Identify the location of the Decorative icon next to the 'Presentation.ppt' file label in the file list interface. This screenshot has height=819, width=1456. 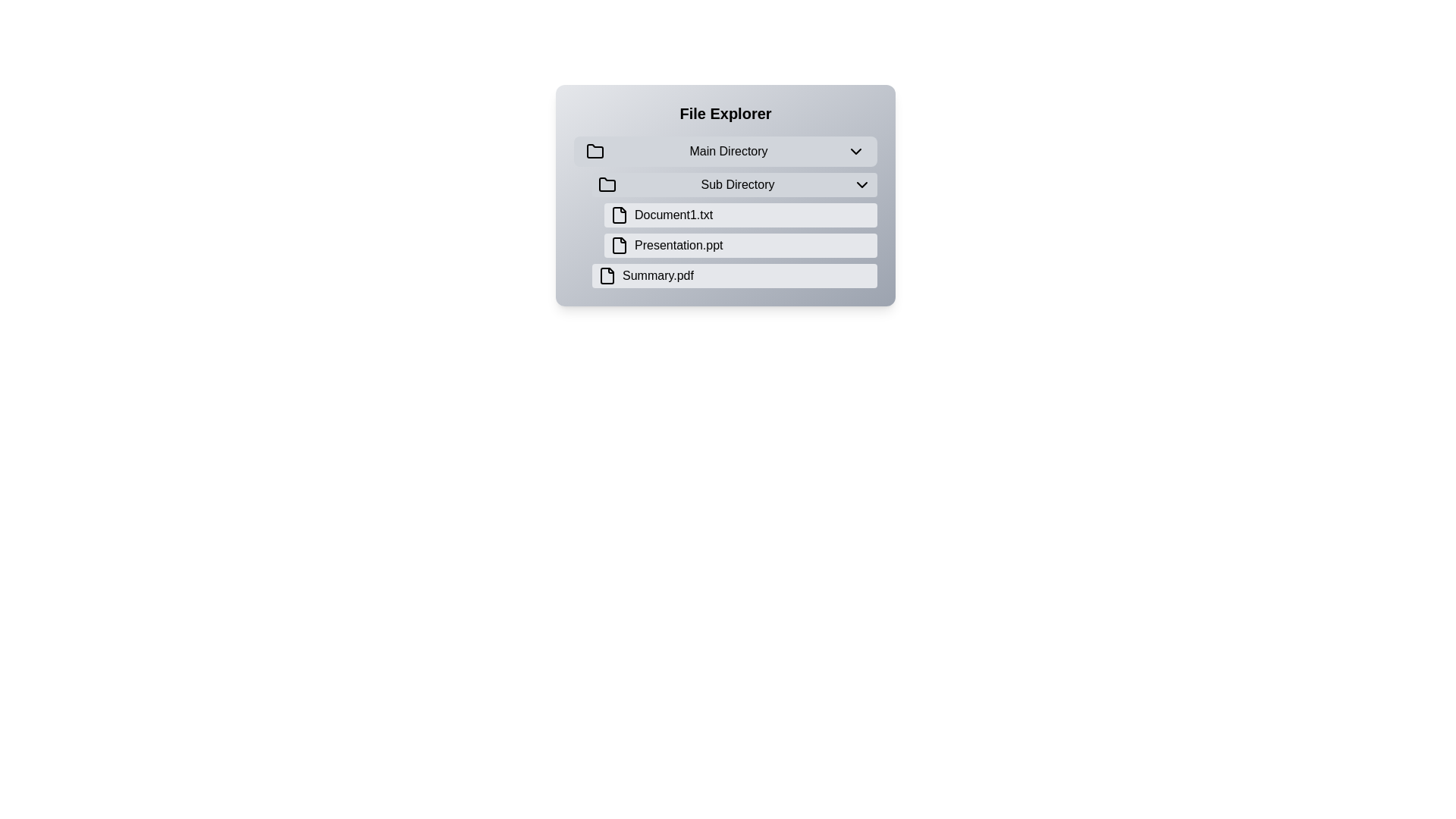
(619, 245).